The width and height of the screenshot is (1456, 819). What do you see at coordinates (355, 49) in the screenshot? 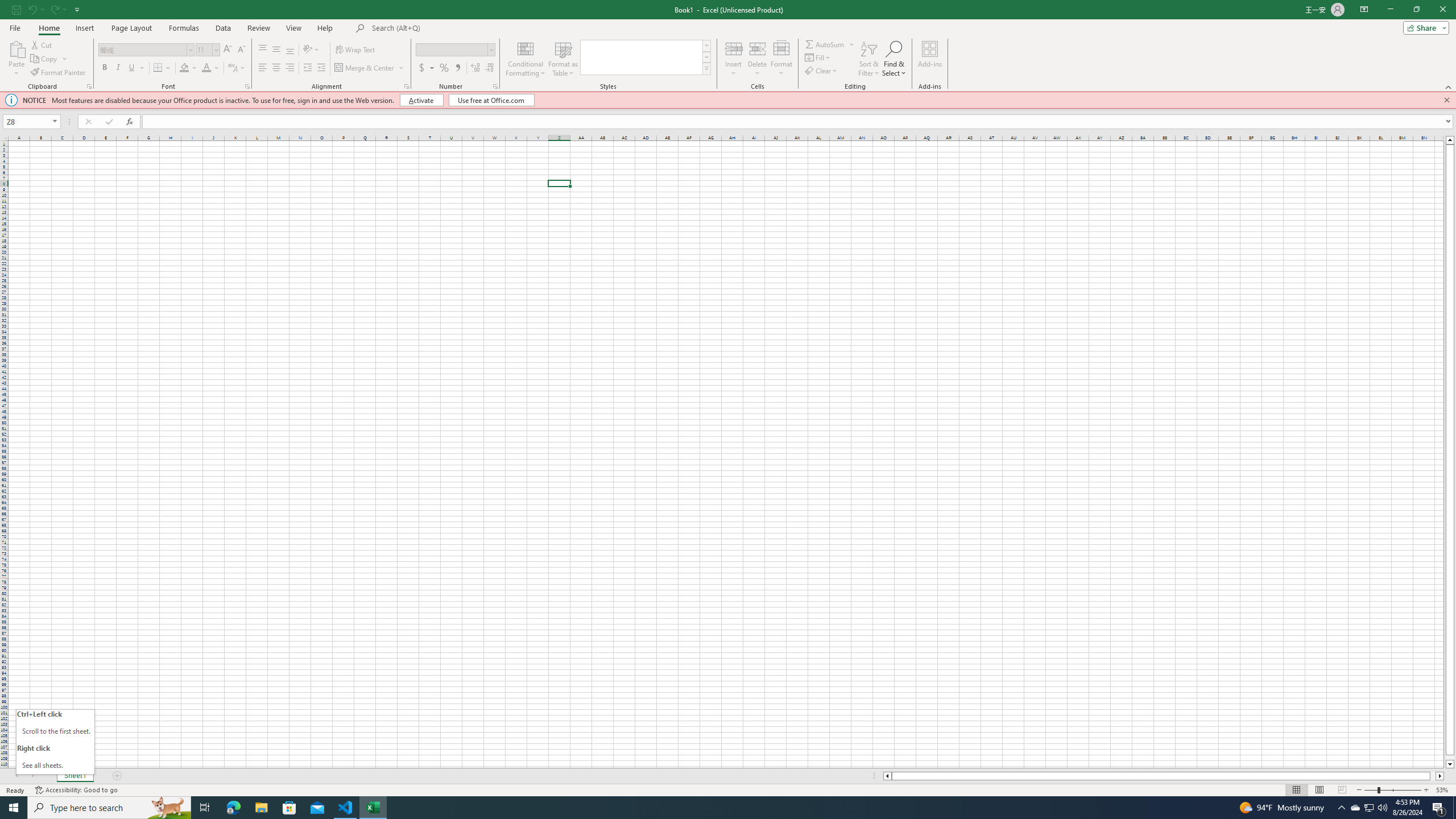
I see `'Wrap Text'` at bounding box center [355, 49].